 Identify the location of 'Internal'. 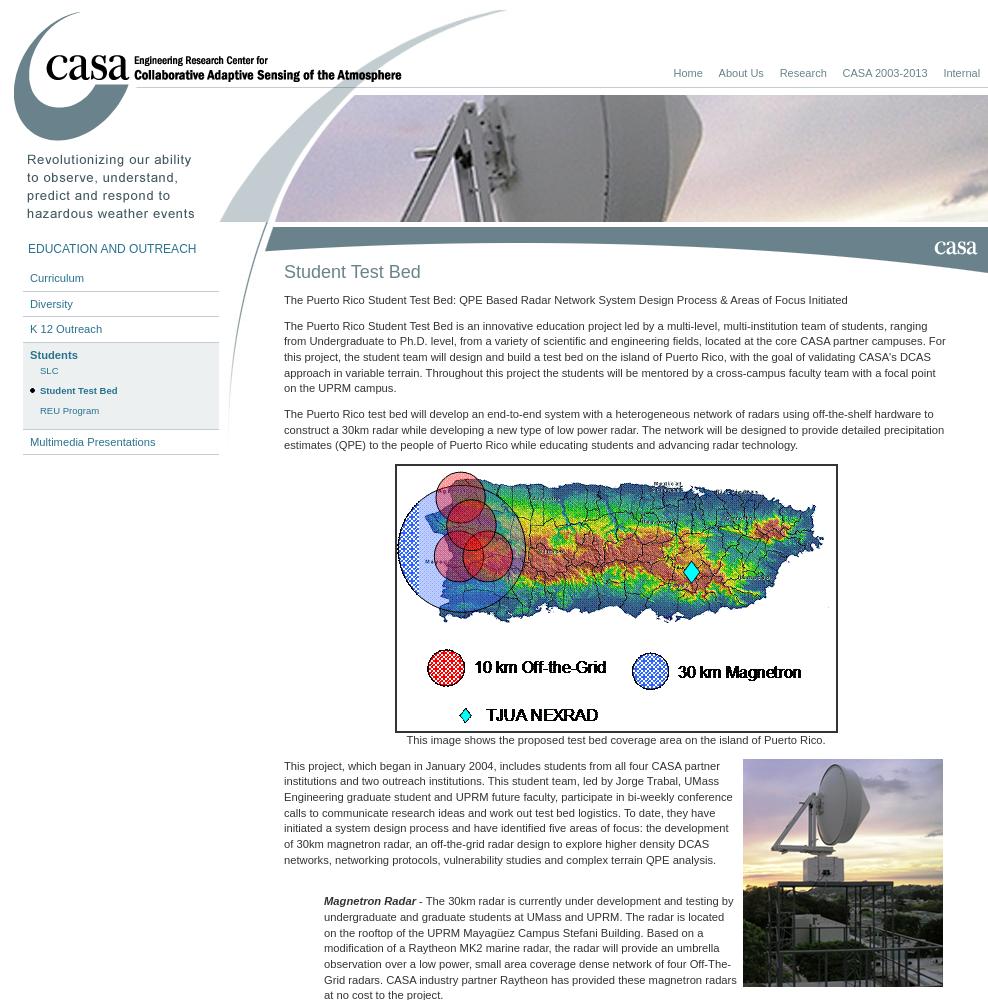
(961, 71).